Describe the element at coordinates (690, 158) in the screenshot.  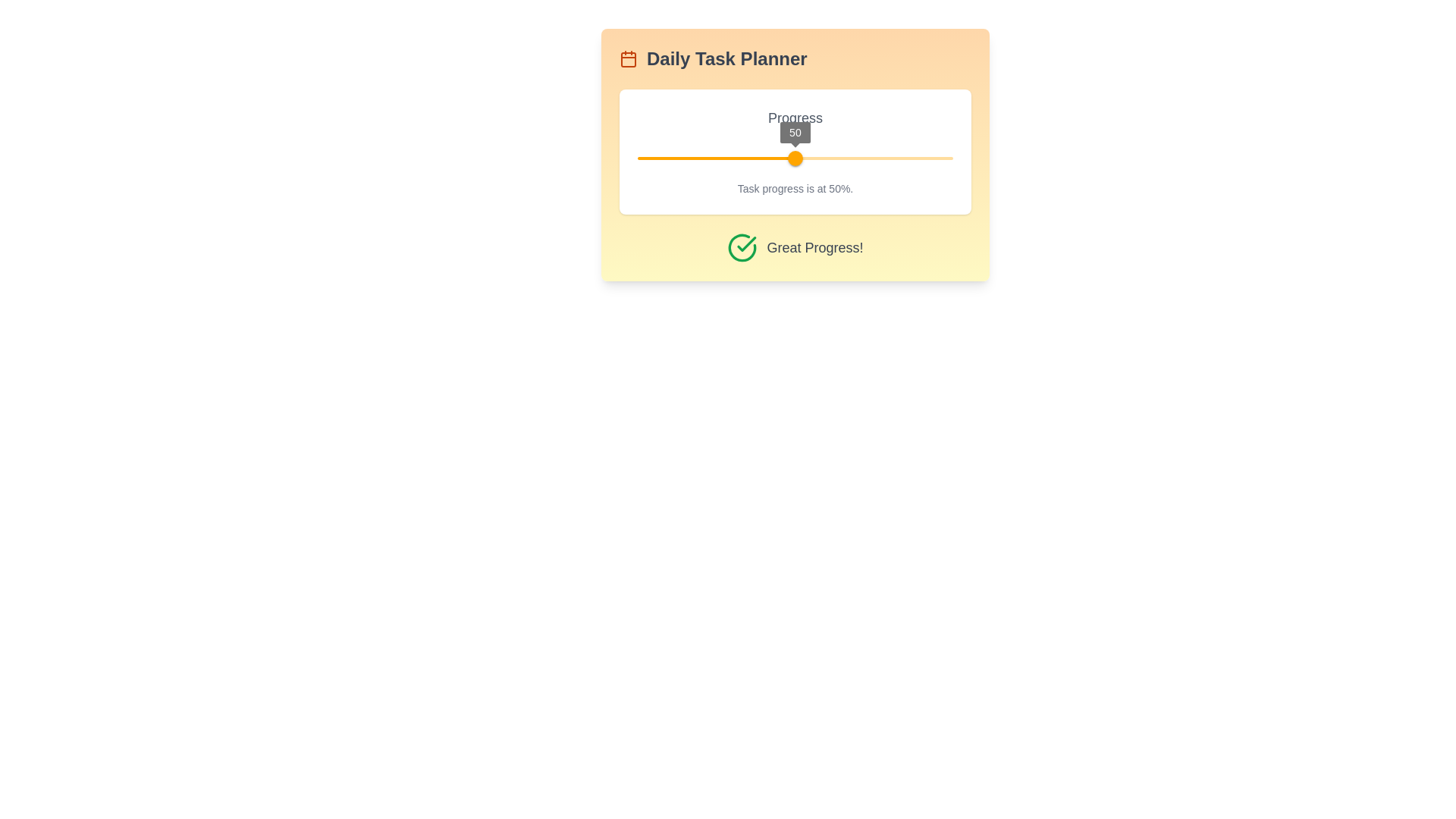
I see `the slider's value` at that location.